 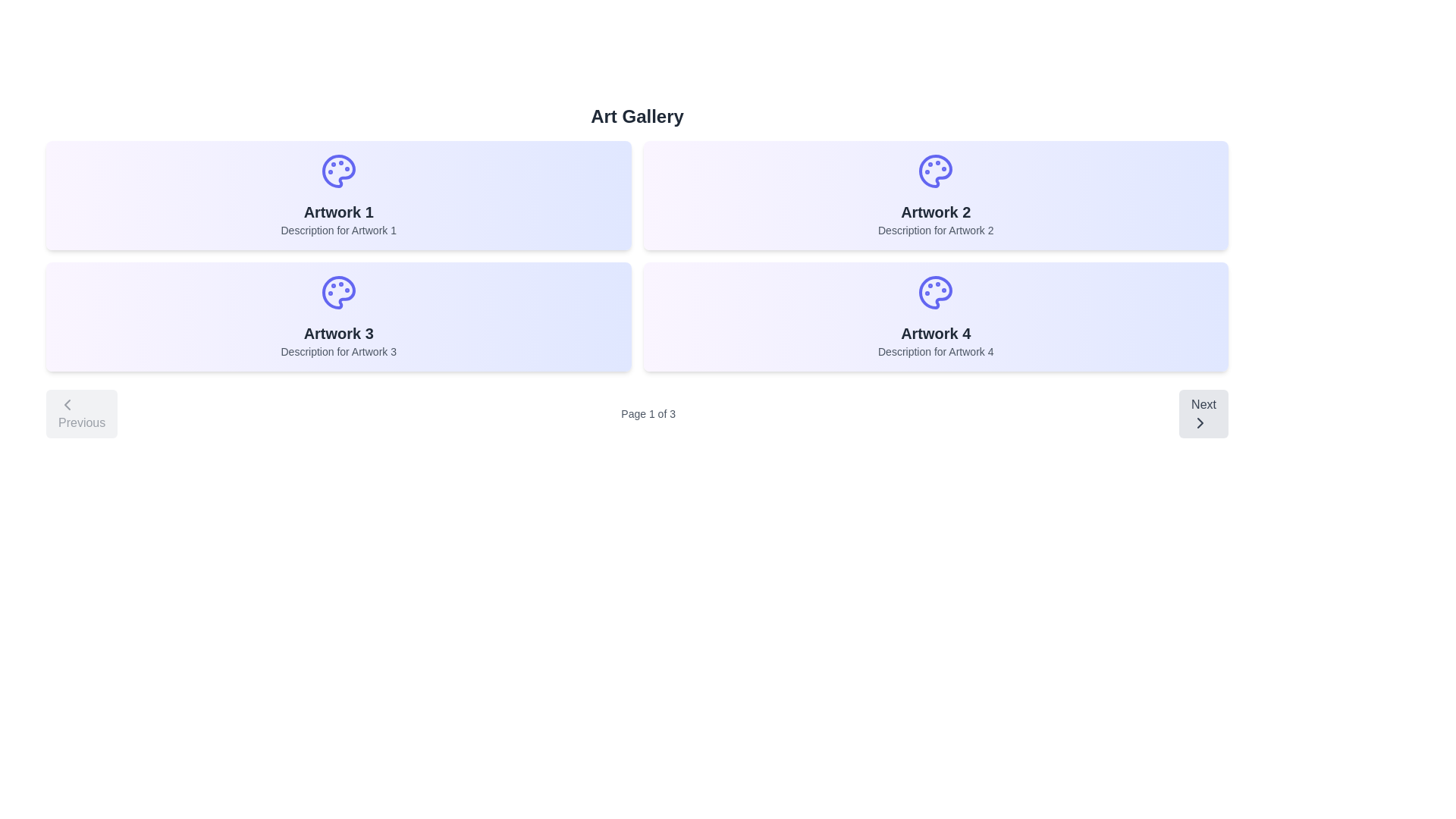 What do you see at coordinates (1203, 414) in the screenshot?
I see `the 'Next' button located at the bottom-right corner of the interface` at bounding box center [1203, 414].